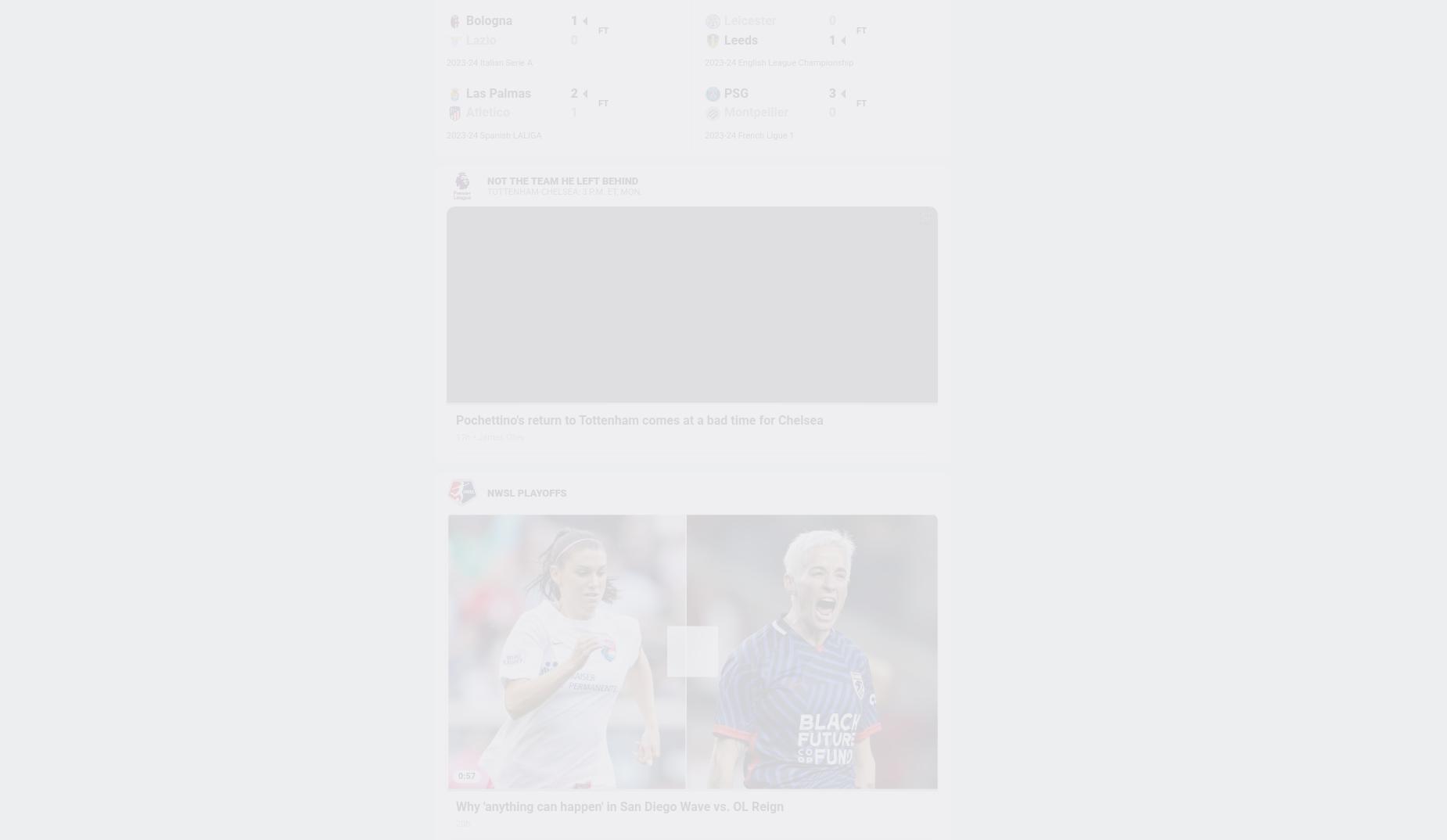 The image size is (1447, 840). Describe the element at coordinates (639, 420) in the screenshot. I see `'Pochettino's return to Tottenham comes at a bad time for Chelsea'` at that location.